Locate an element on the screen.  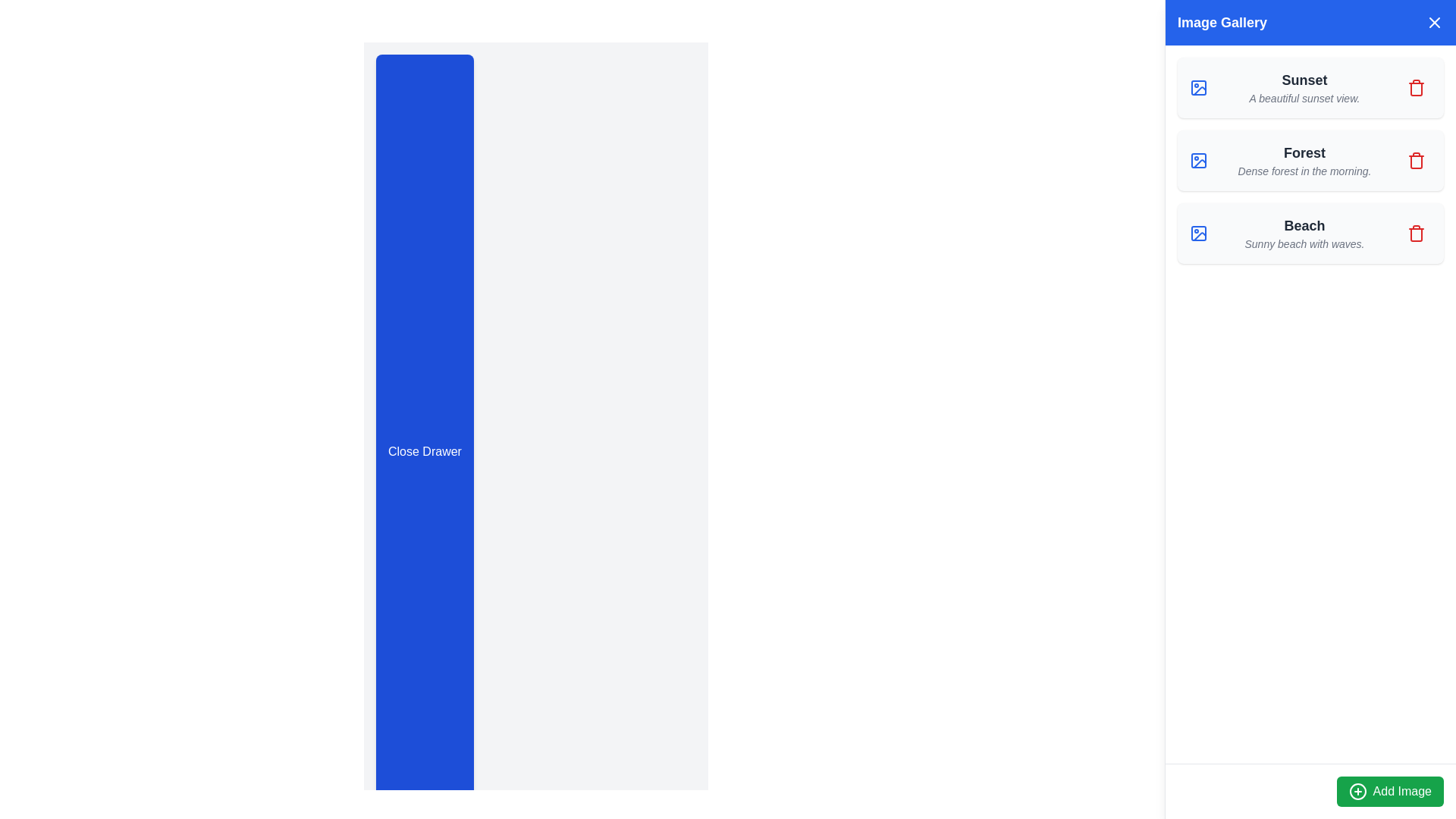
the text label that states 'Sunny beach with waves.' which is styled in a small, italic gray font and positioned directly beneath the bold text 'Beach' in the 'Image Gallery' sidebar is located at coordinates (1304, 243).